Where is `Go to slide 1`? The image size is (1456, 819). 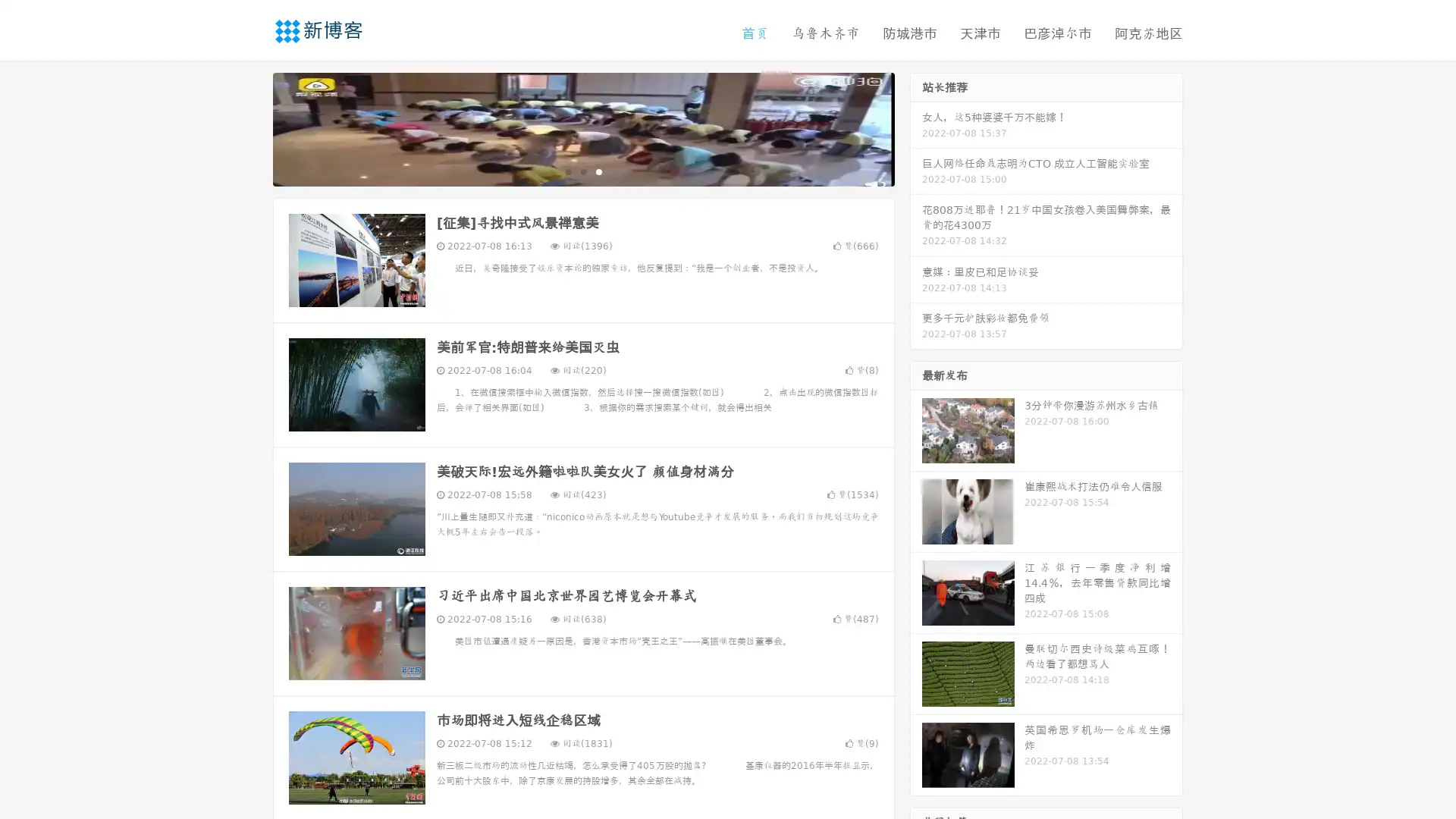 Go to slide 1 is located at coordinates (567, 171).